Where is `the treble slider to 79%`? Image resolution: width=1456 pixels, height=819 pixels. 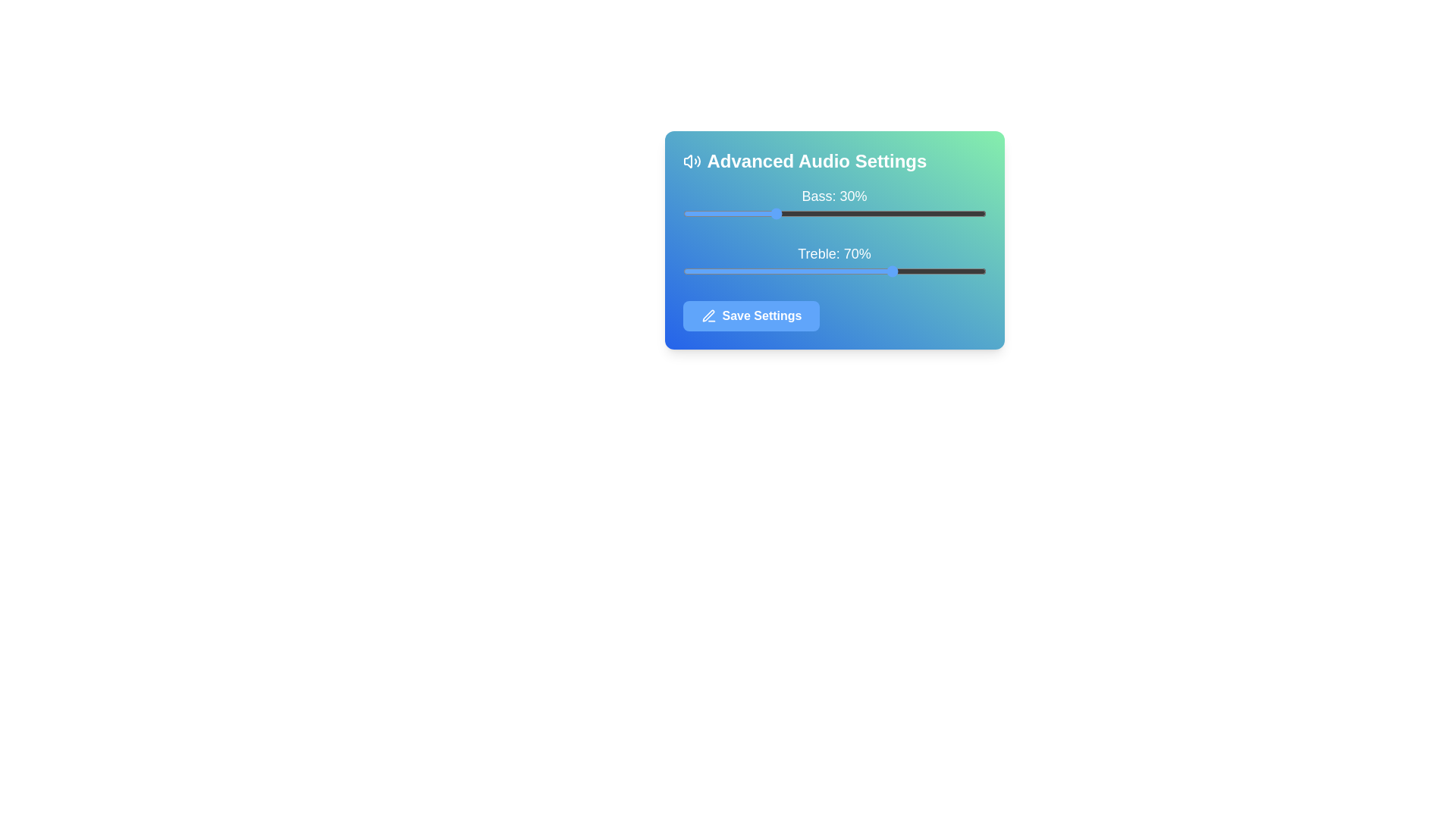 the treble slider to 79% is located at coordinates (921, 271).